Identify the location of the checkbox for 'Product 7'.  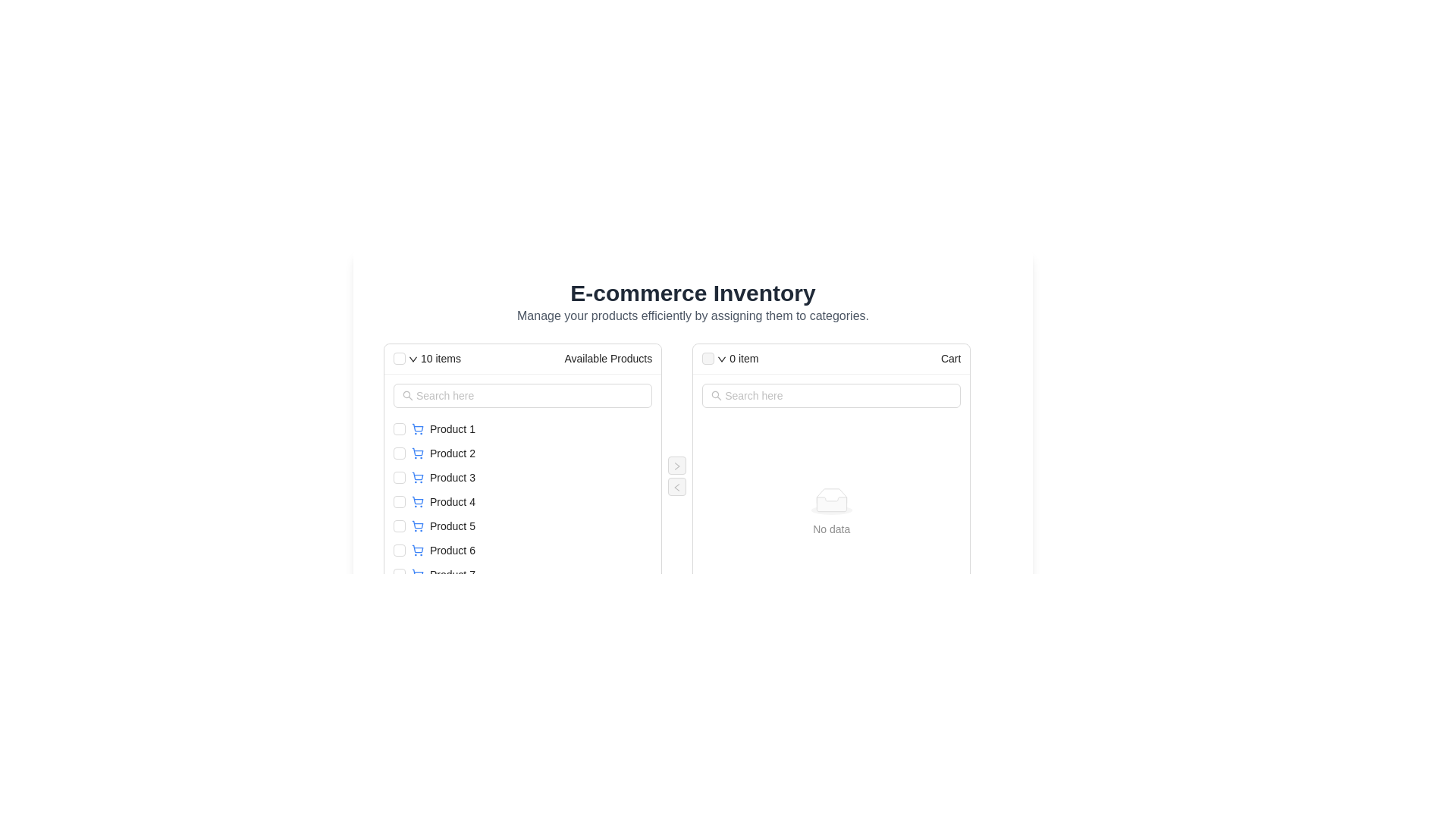
(400, 575).